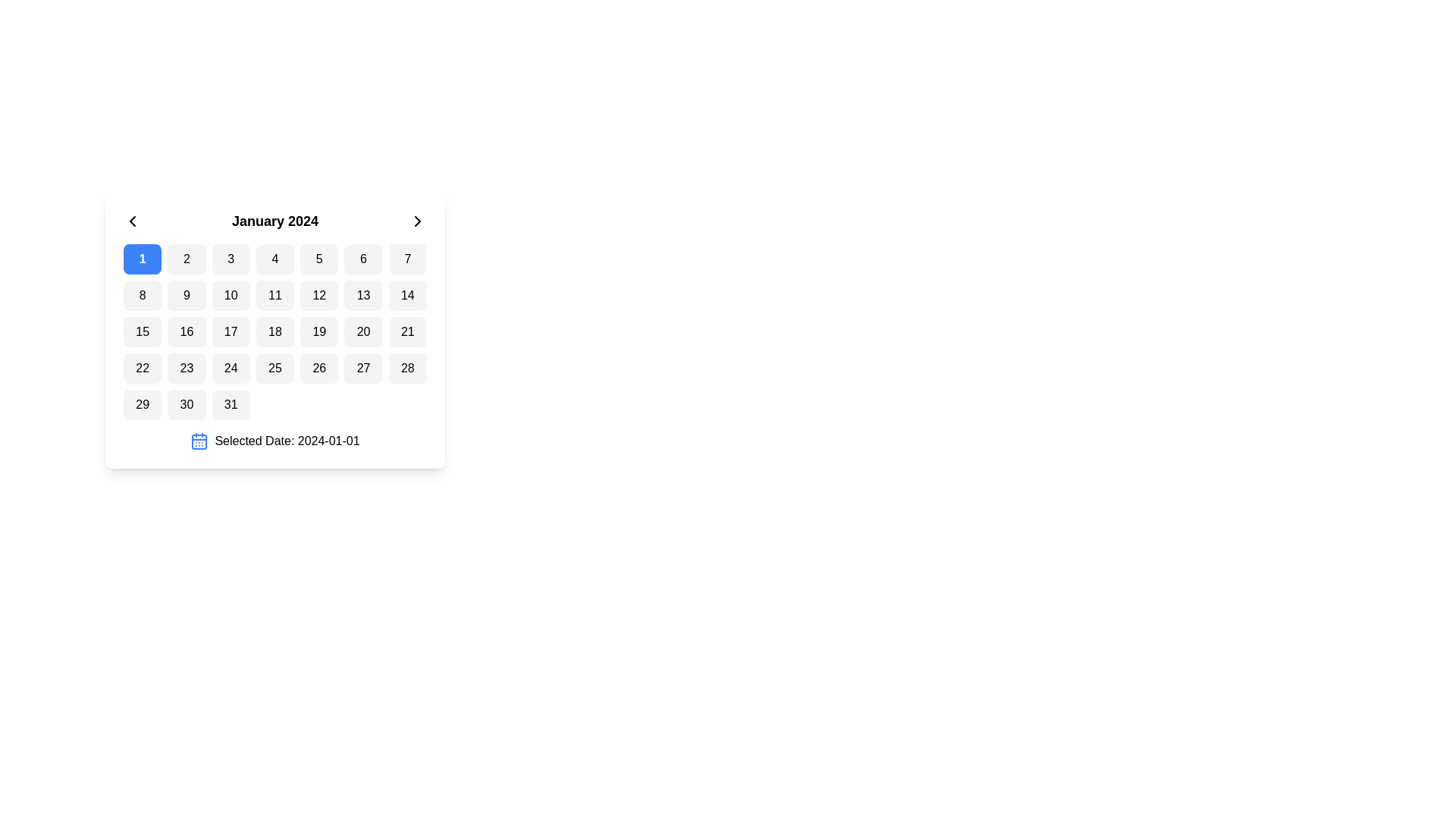 The width and height of the screenshot is (1456, 819). Describe the element at coordinates (132, 221) in the screenshot. I see `the left arrow button` at that location.